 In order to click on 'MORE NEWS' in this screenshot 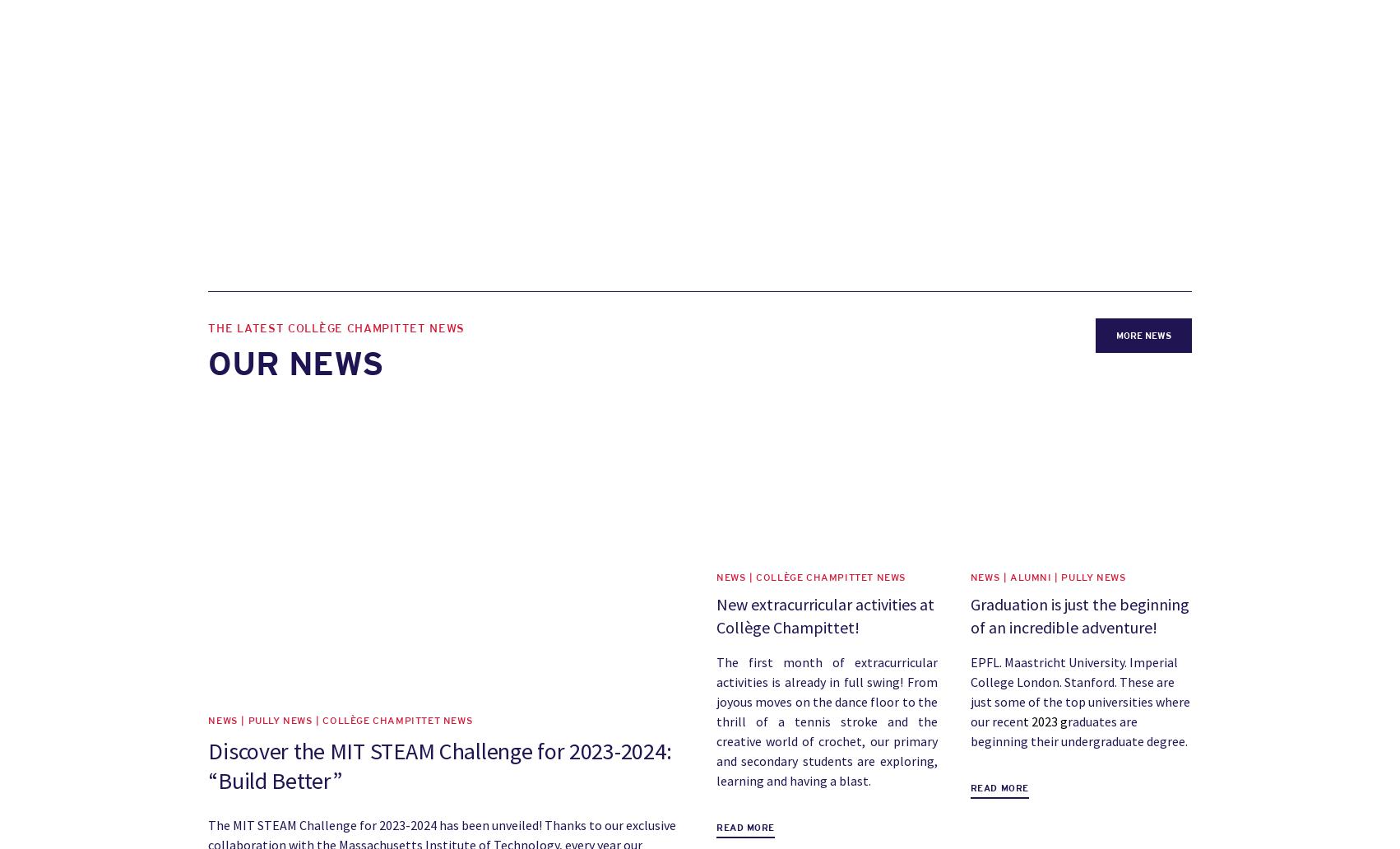, I will do `click(1142, 334)`.